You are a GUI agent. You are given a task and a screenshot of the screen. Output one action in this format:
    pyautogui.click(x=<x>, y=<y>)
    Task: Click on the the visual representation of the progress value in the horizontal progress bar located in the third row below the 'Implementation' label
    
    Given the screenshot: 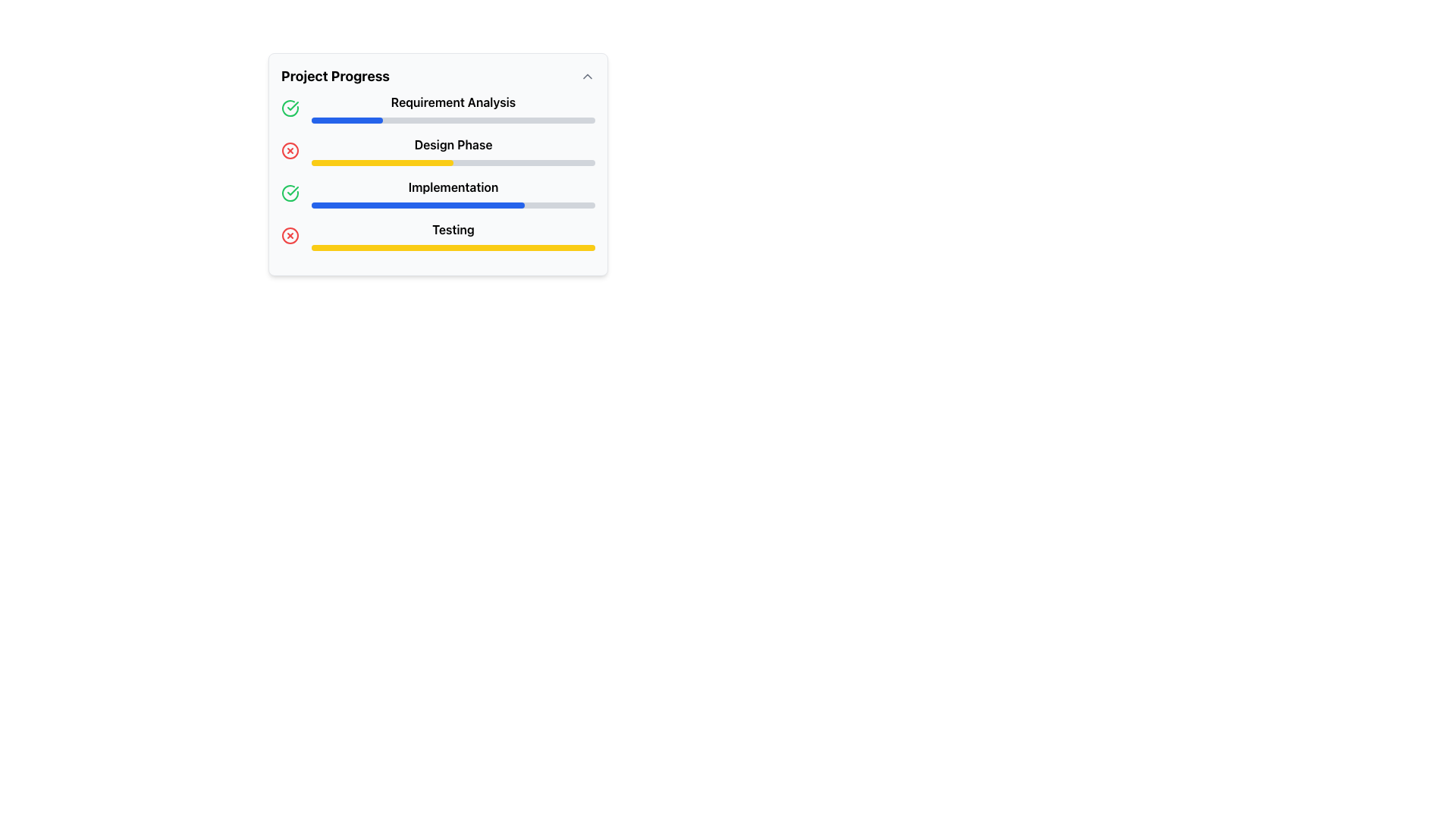 What is the action you would take?
    pyautogui.click(x=453, y=205)
    